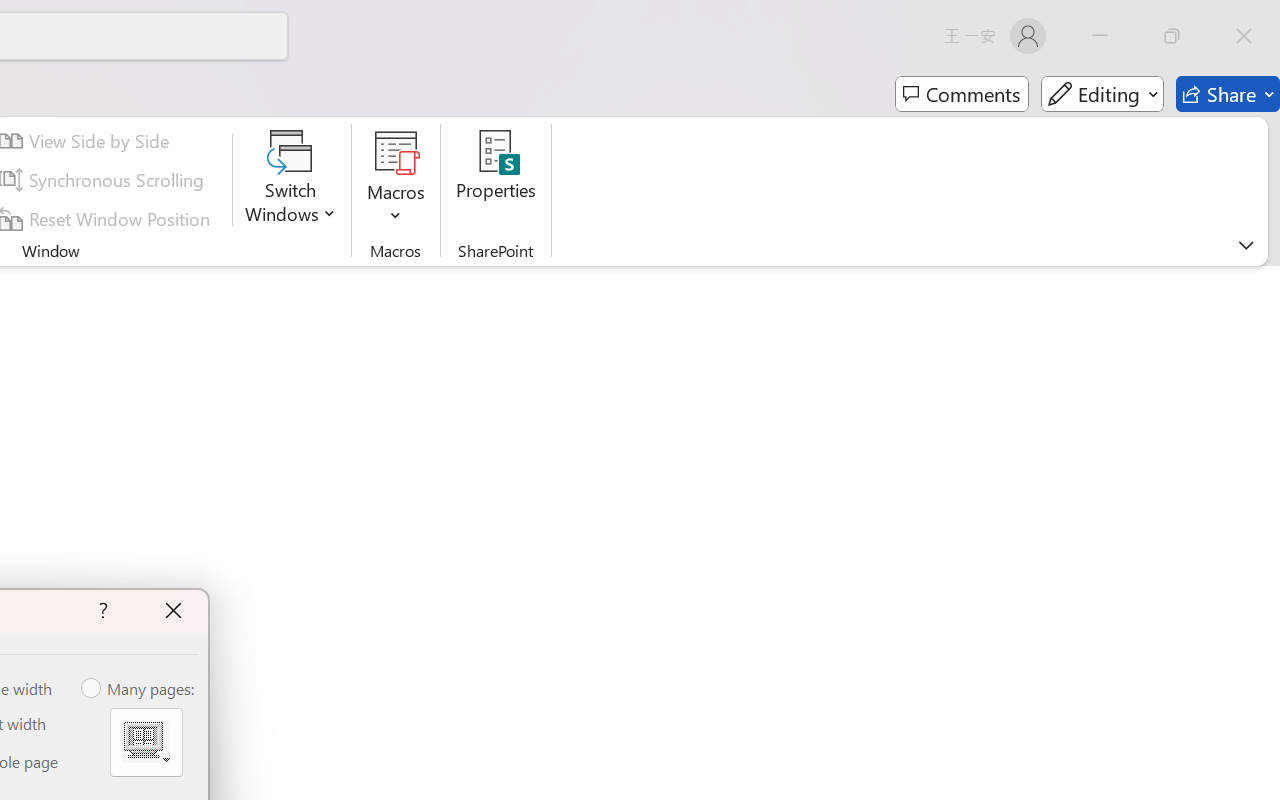  What do you see at coordinates (1172, 35) in the screenshot?
I see `'Restore Down'` at bounding box center [1172, 35].